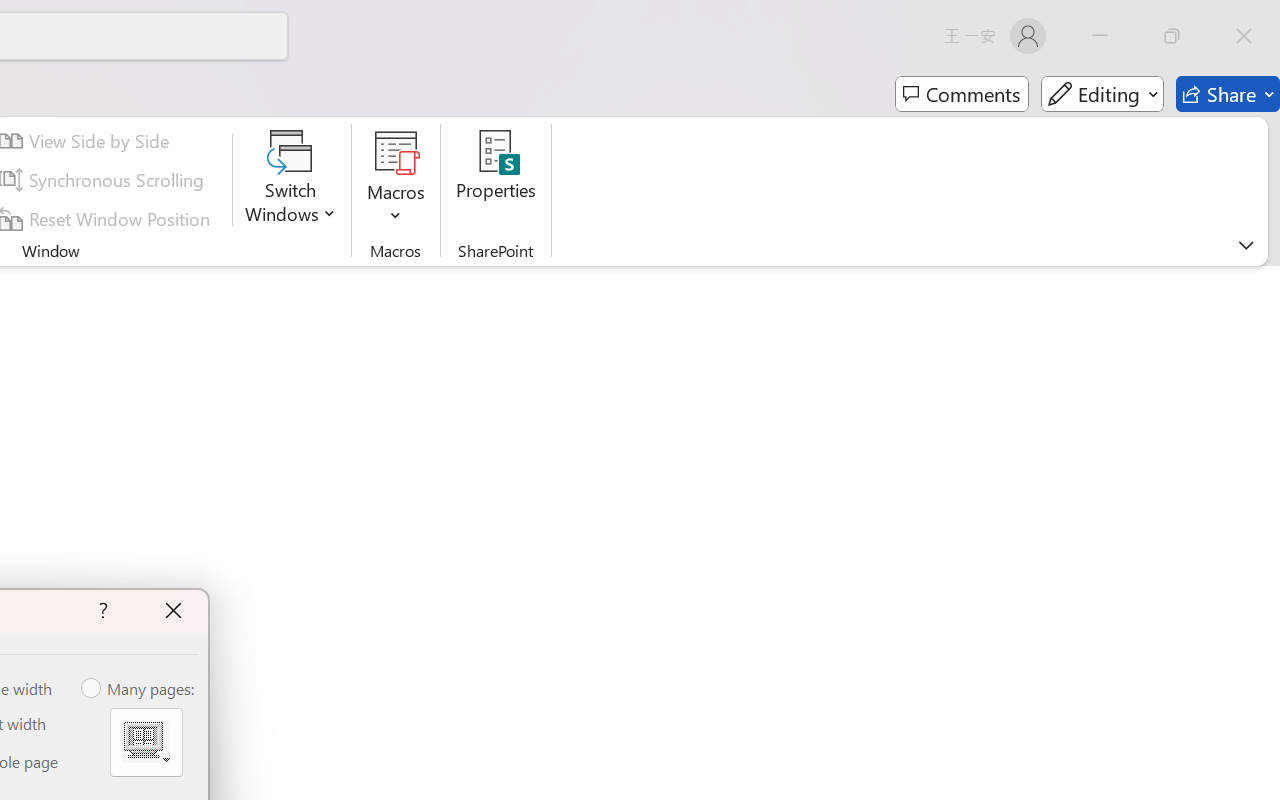  What do you see at coordinates (1172, 35) in the screenshot?
I see `'Restore Down'` at bounding box center [1172, 35].